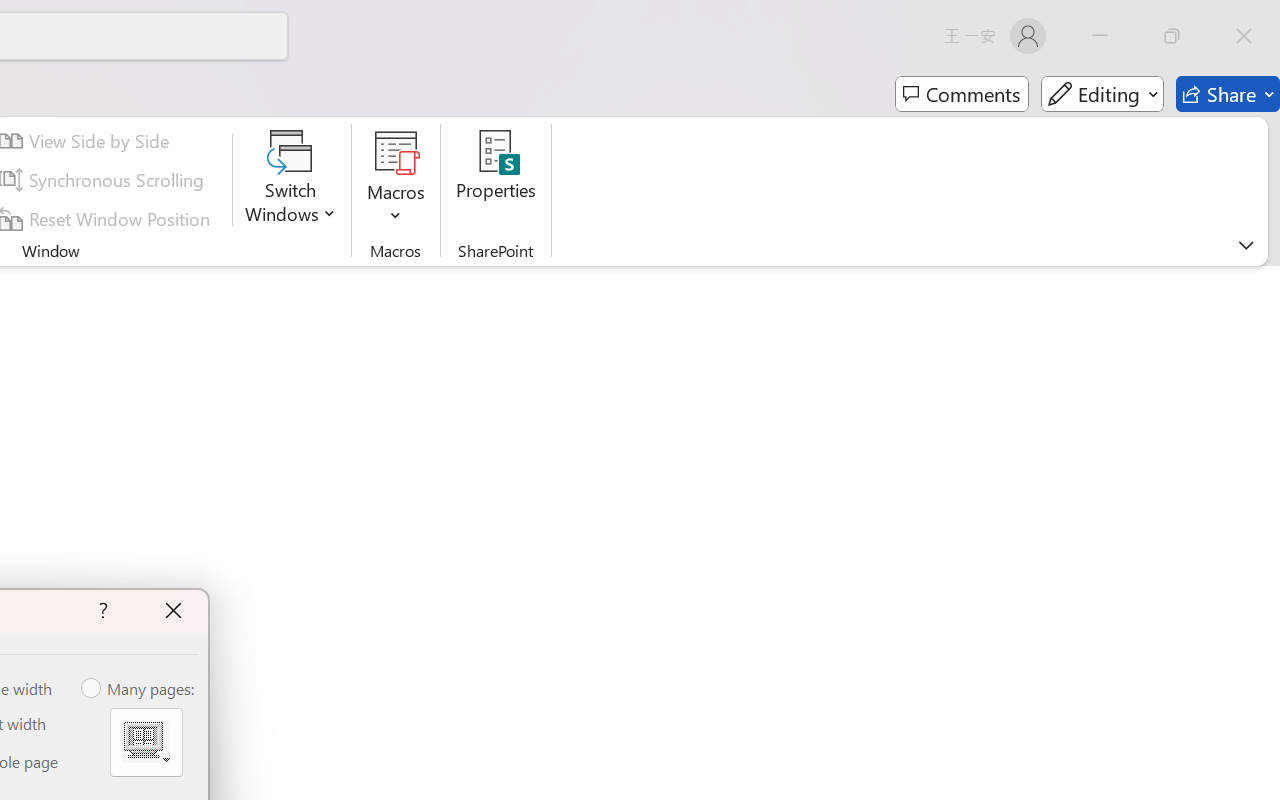  What do you see at coordinates (1172, 35) in the screenshot?
I see `'Restore Down'` at bounding box center [1172, 35].